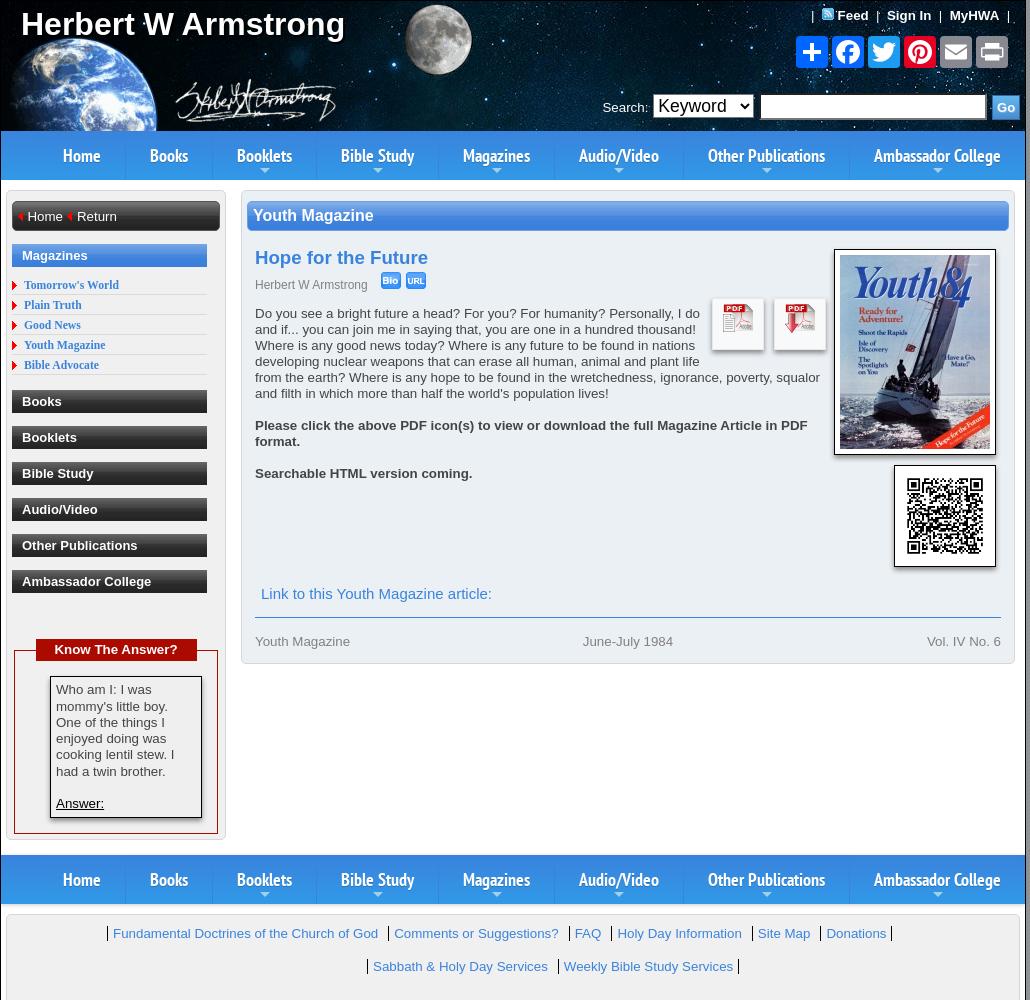 Image resolution: width=1030 pixels, height=1000 pixels. Describe the element at coordinates (458, 965) in the screenshot. I see `'Sabbath & Holy Day Services'` at that location.